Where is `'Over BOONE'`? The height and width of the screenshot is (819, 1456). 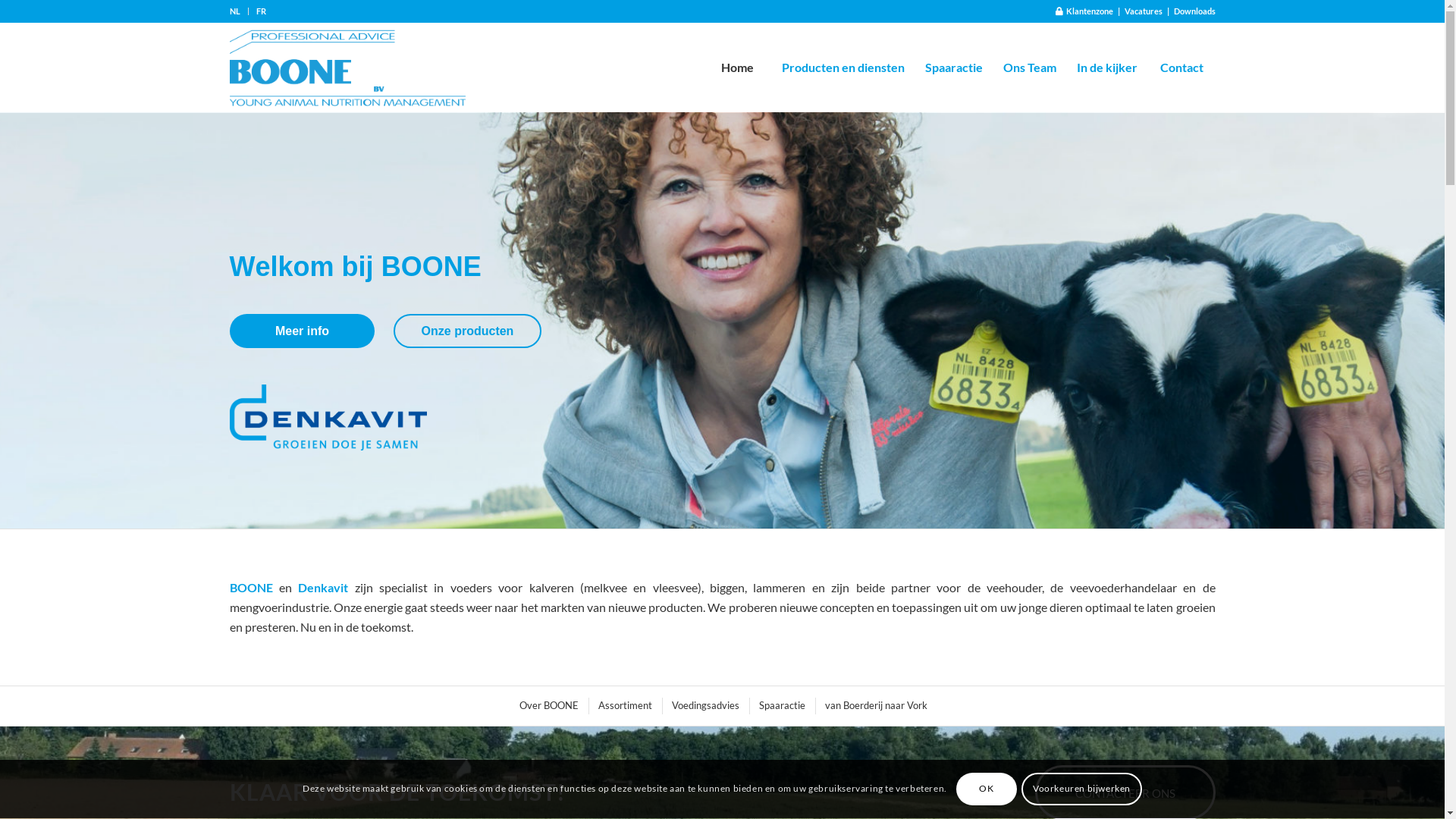 'Over BOONE' is located at coordinates (546, 705).